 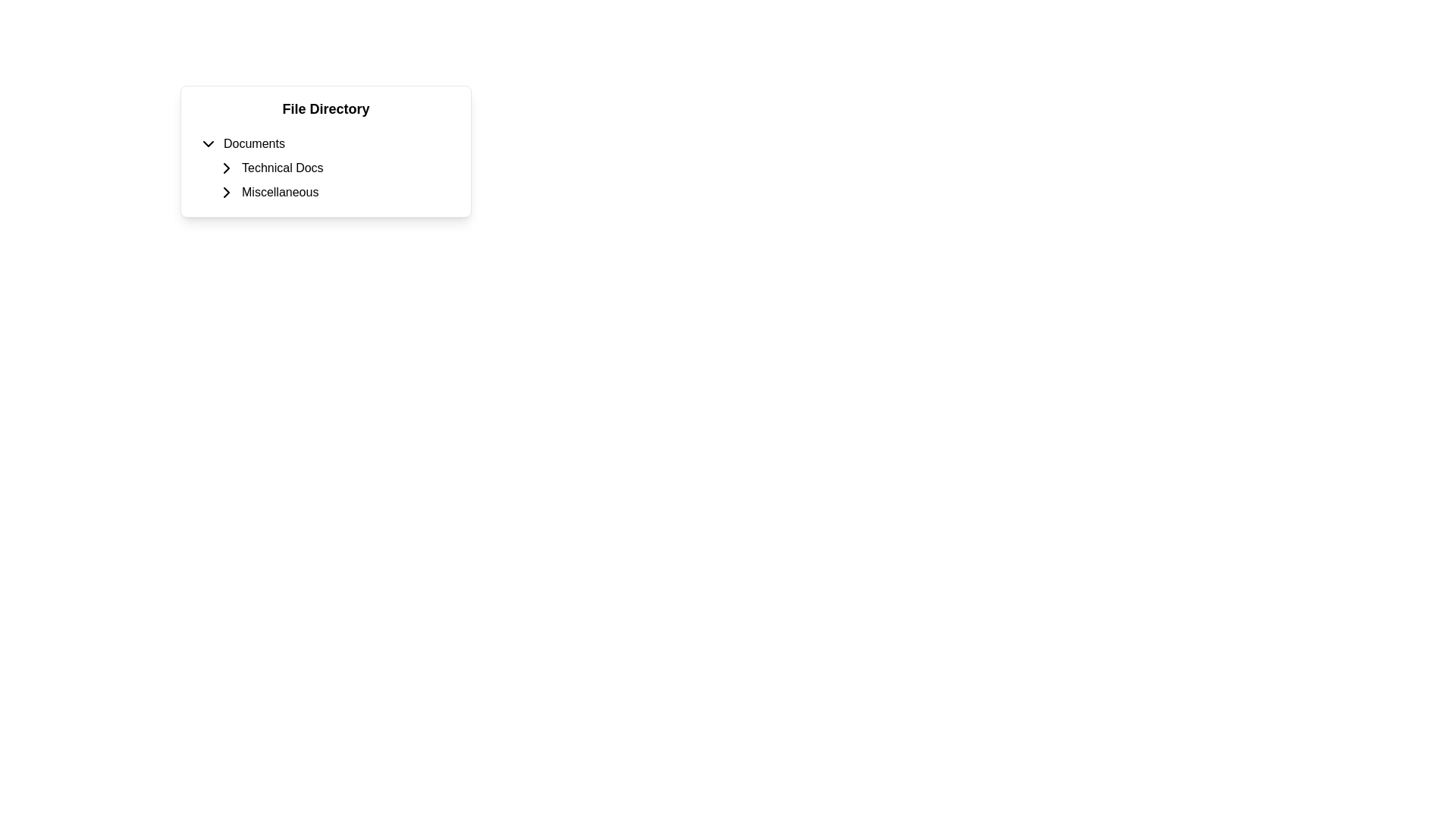 What do you see at coordinates (280, 192) in the screenshot?
I see `the 'Miscellaneous' Text Label in the File Directory navigation menu` at bounding box center [280, 192].